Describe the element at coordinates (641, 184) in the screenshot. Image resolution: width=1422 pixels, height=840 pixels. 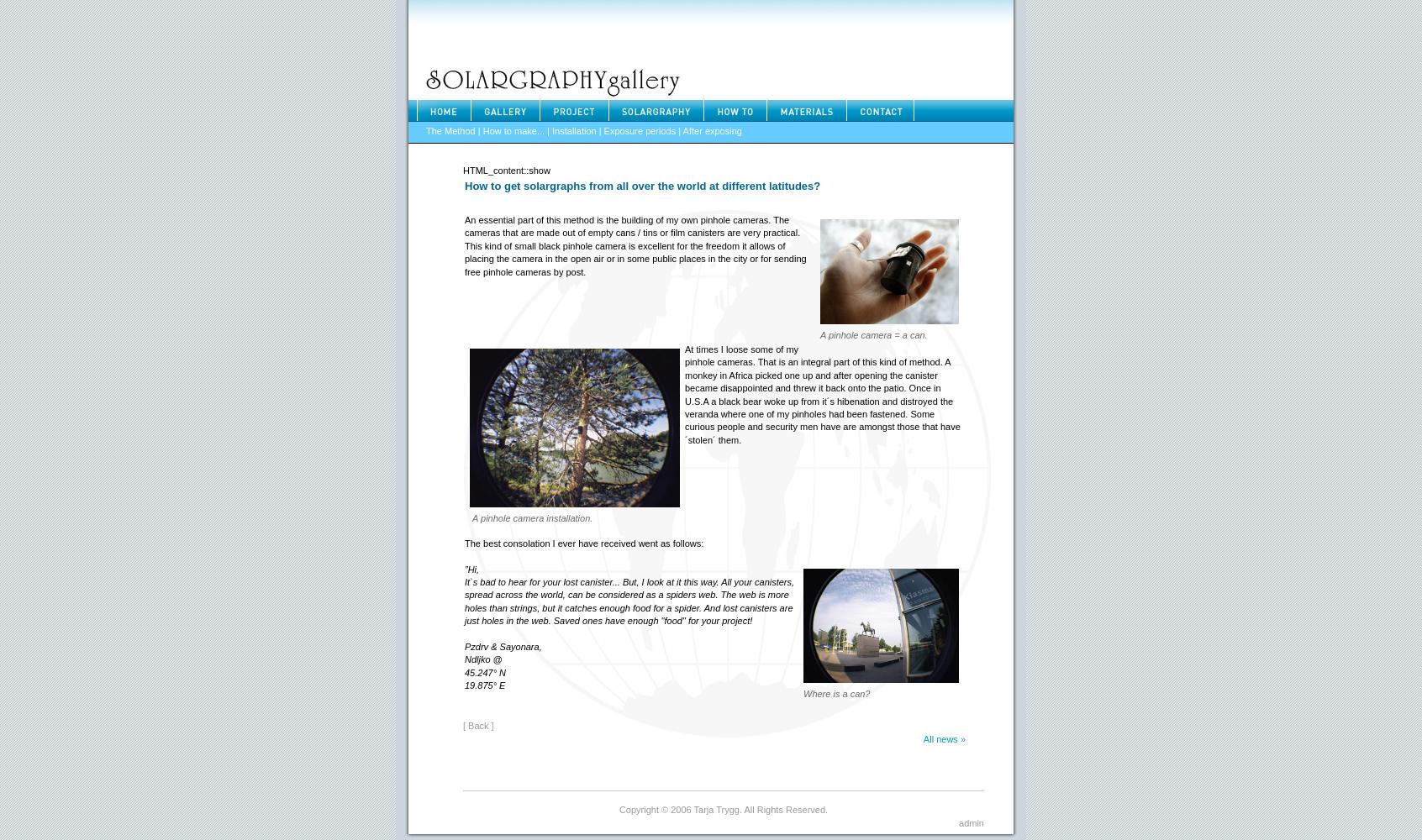
I see `'How to get solargraphs from all over the world at different latitudes?'` at that location.